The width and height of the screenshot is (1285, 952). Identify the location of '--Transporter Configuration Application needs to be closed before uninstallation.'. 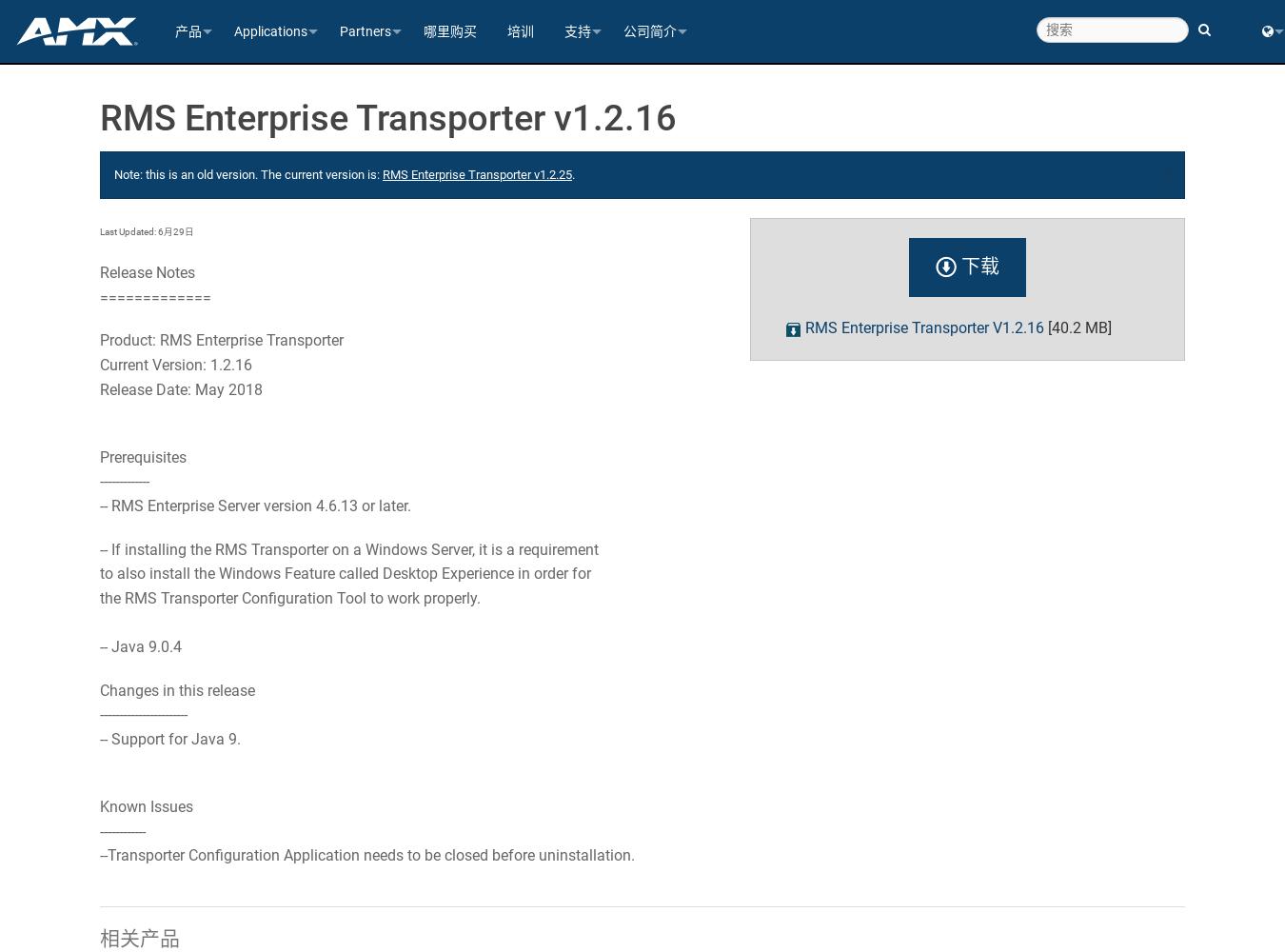
(366, 855).